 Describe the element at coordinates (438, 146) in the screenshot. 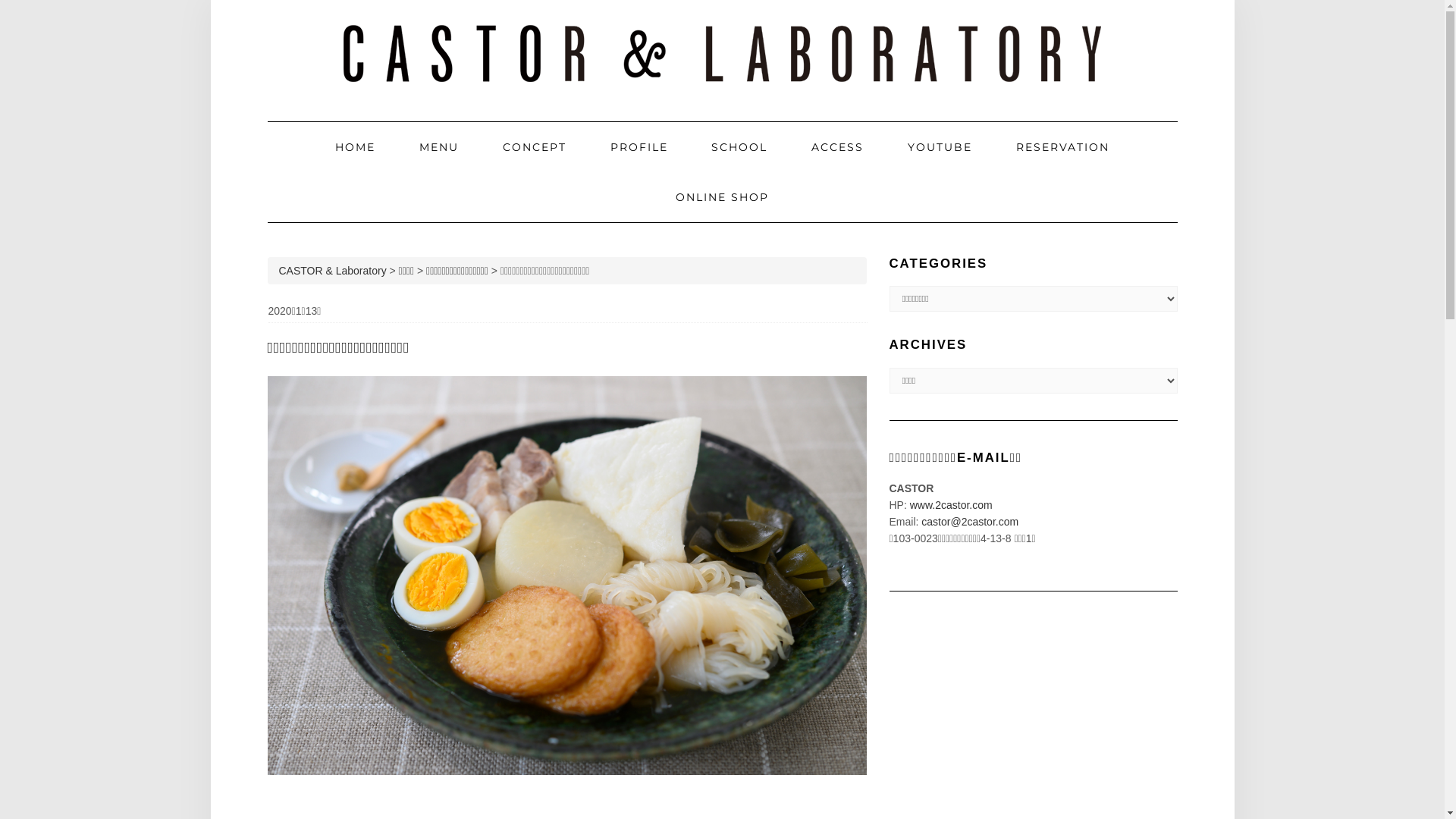

I see `'MENU'` at that location.